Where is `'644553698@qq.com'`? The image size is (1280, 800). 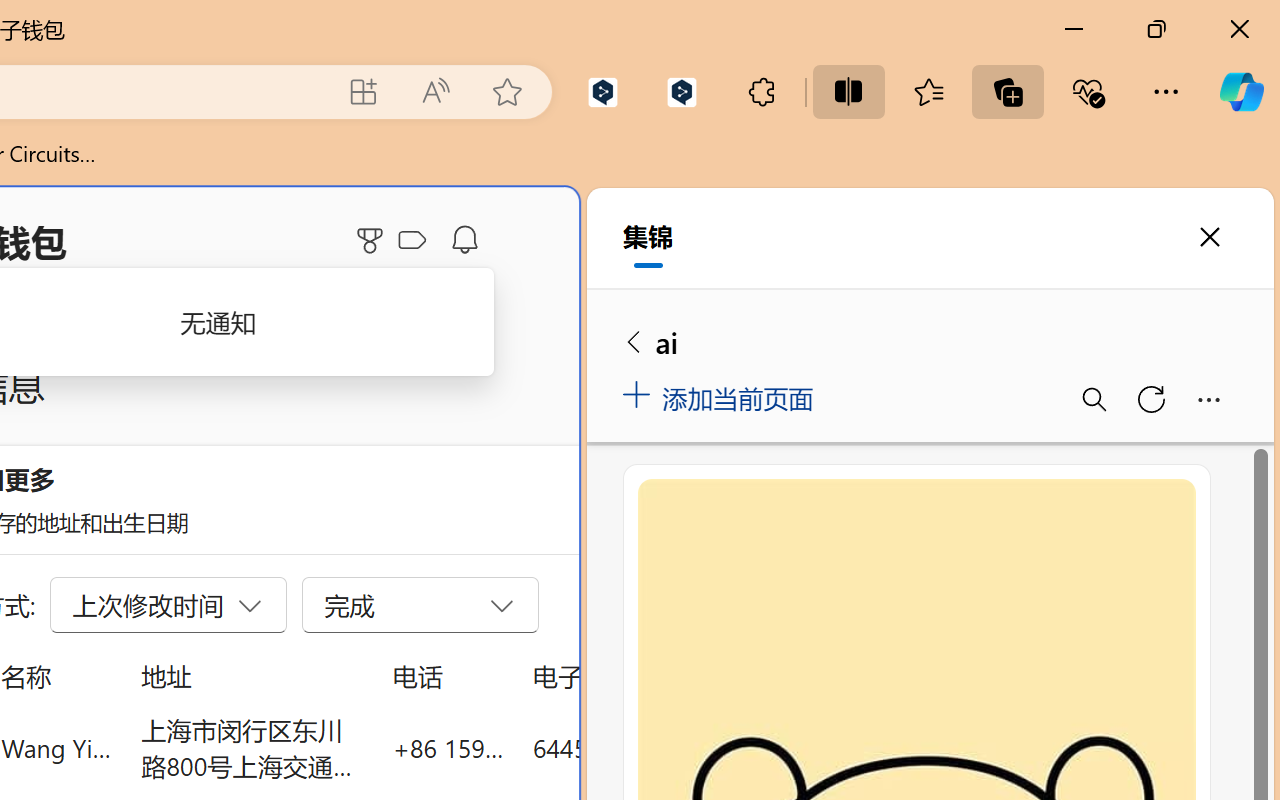
'644553698@qq.com' is located at coordinates (644, 747).